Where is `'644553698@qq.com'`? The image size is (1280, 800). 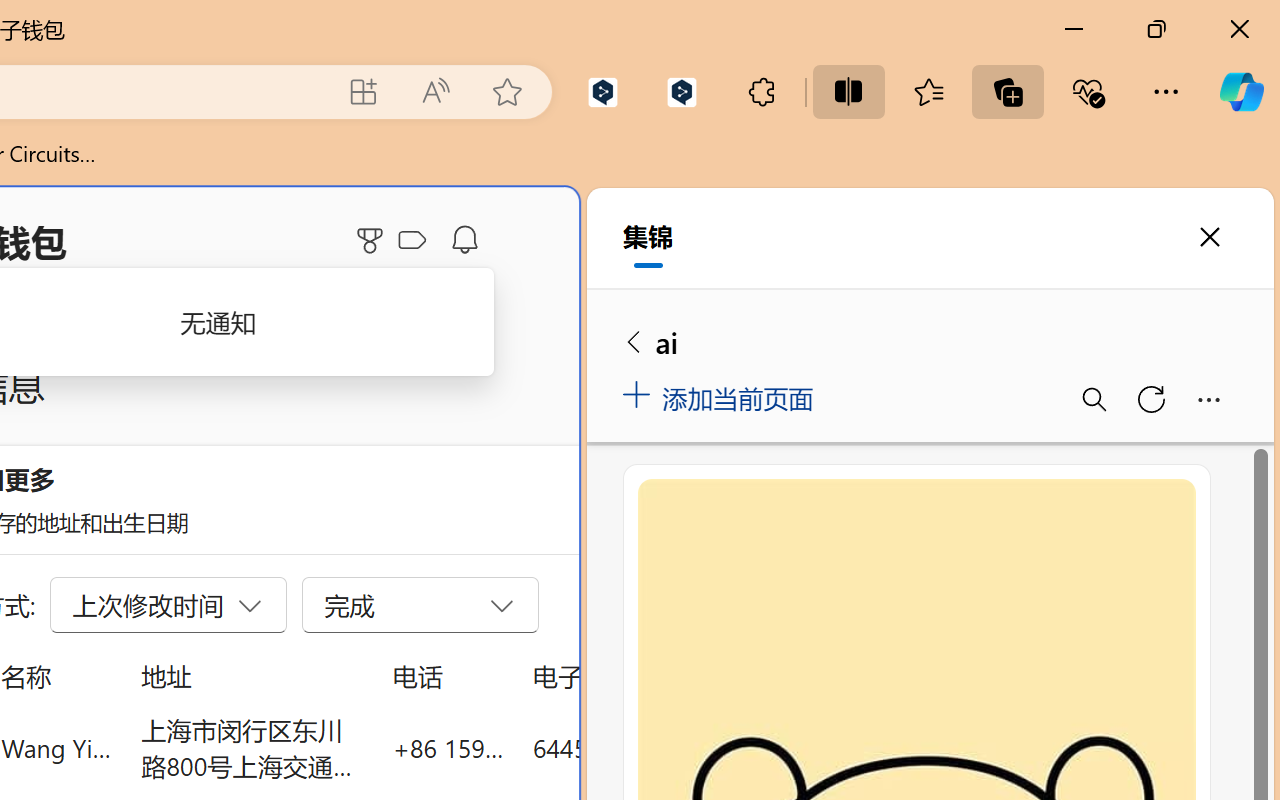
'644553698@qq.com' is located at coordinates (644, 747).